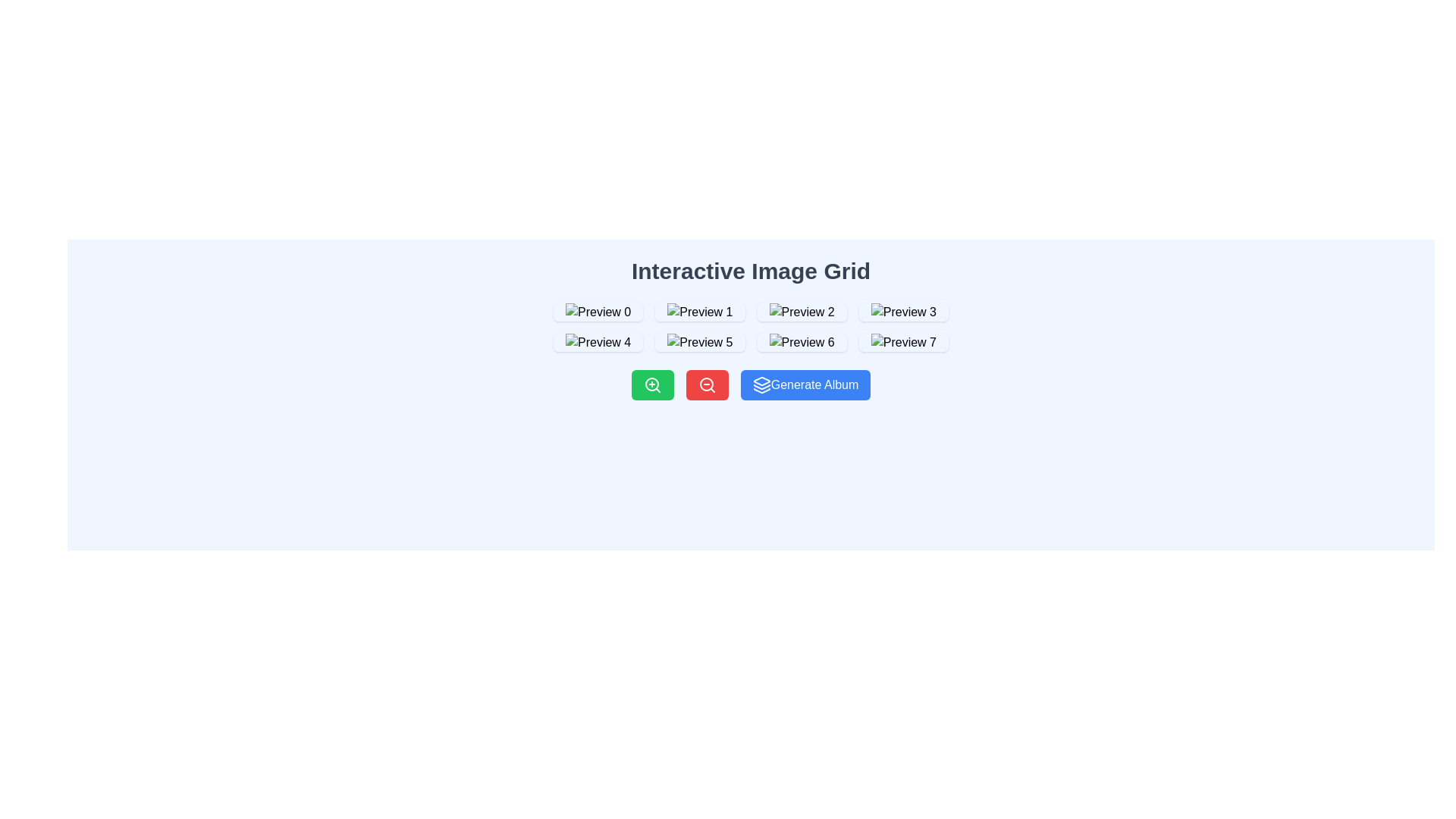 This screenshot has height=819, width=1456. I want to click on the rightmost button under the preview images section to generate an album, so click(805, 384).